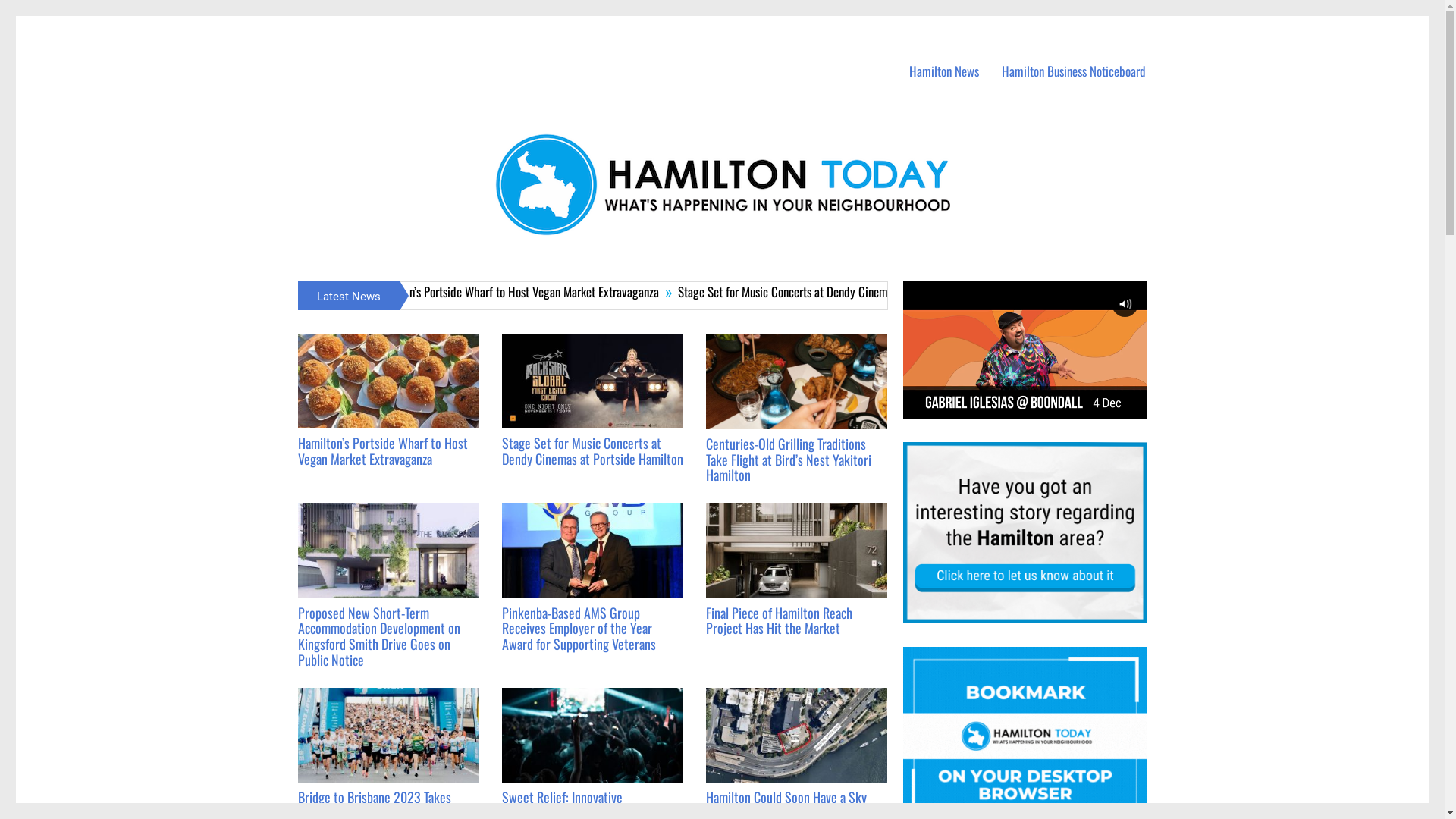 This screenshot has height=819, width=1456. Describe the element at coordinates (943, 71) in the screenshot. I see `'Hamilton News'` at that location.